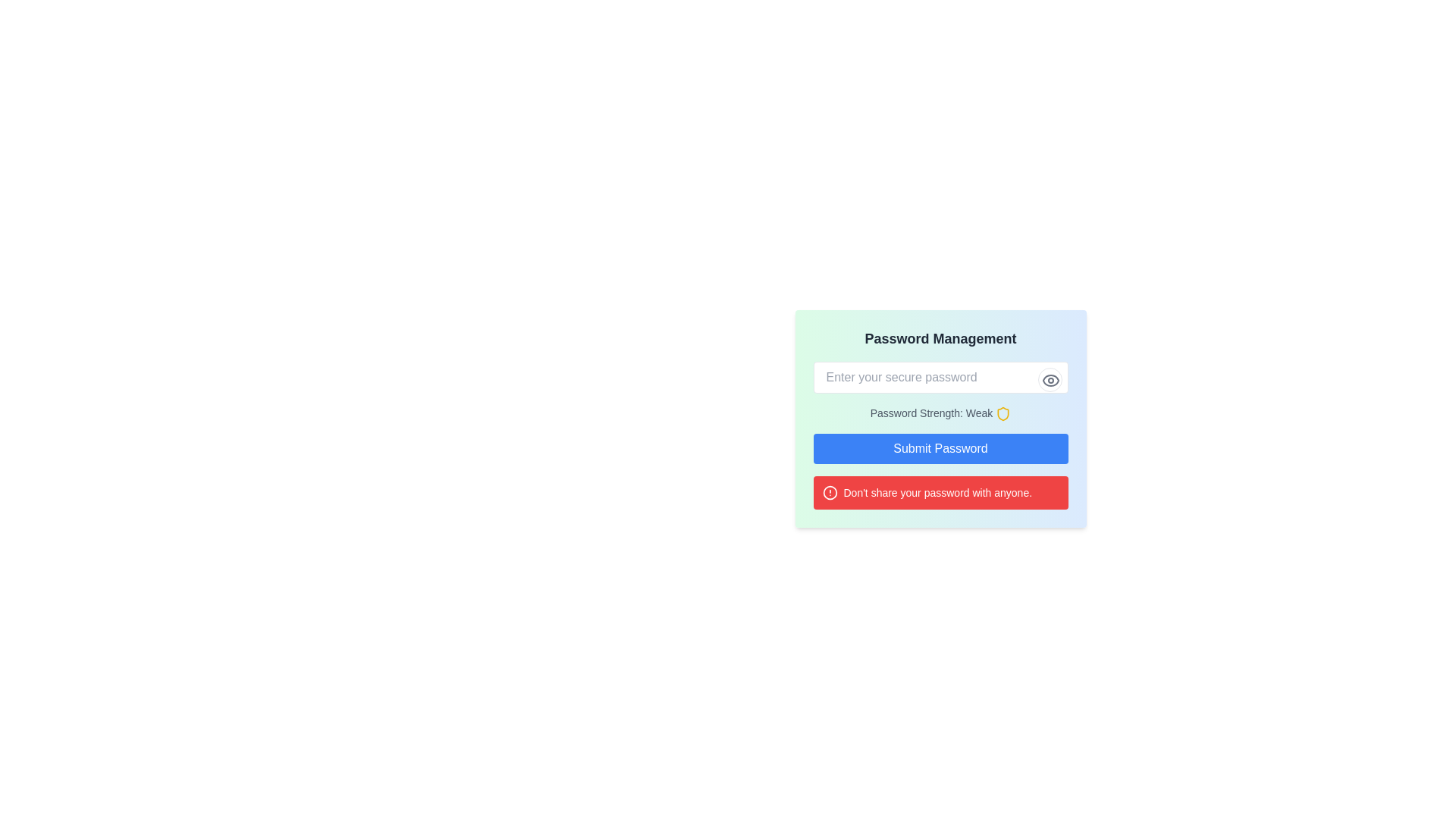 This screenshot has height=819, width=1456. What do you see at coordinates (940, 448) in the screenshot?
I see `the submit button located at the bottom of the 'Password Management' card layout, just below the 'Password Strength: Weak' text` at bounding box center [940, 448].